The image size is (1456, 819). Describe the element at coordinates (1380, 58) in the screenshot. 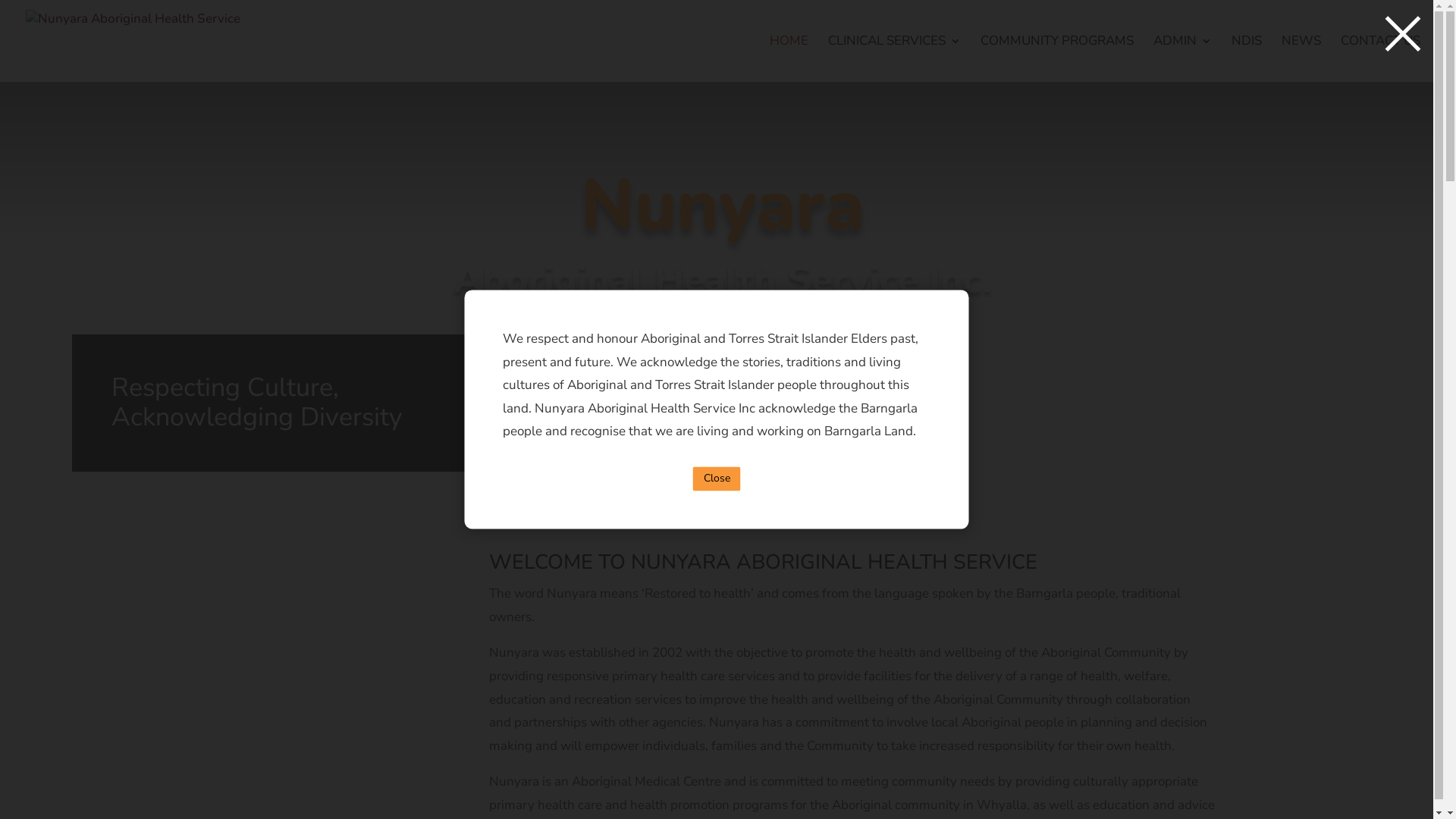

I see `'CONTACT US'` at that location.